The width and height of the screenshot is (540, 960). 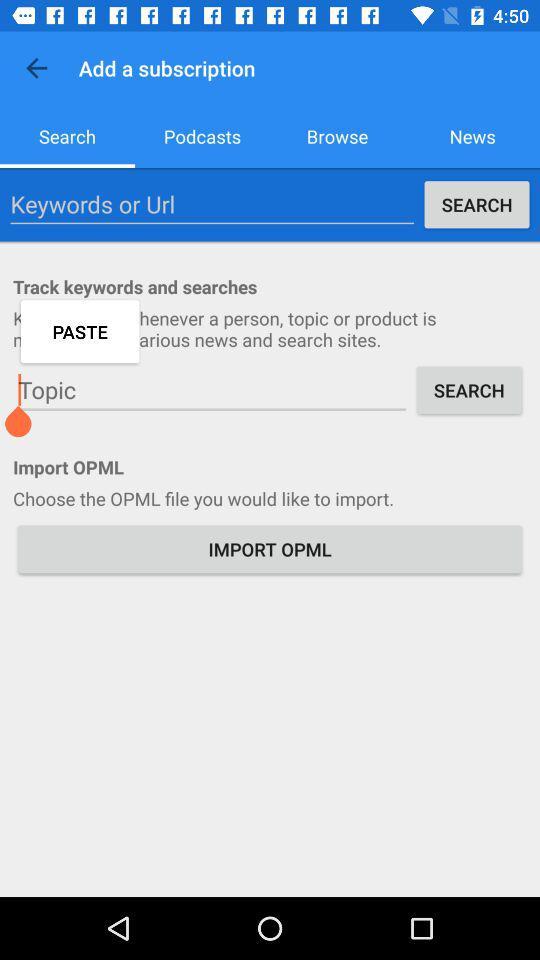 I want to click on item below the add a subscription, so click(x=202, y=135).